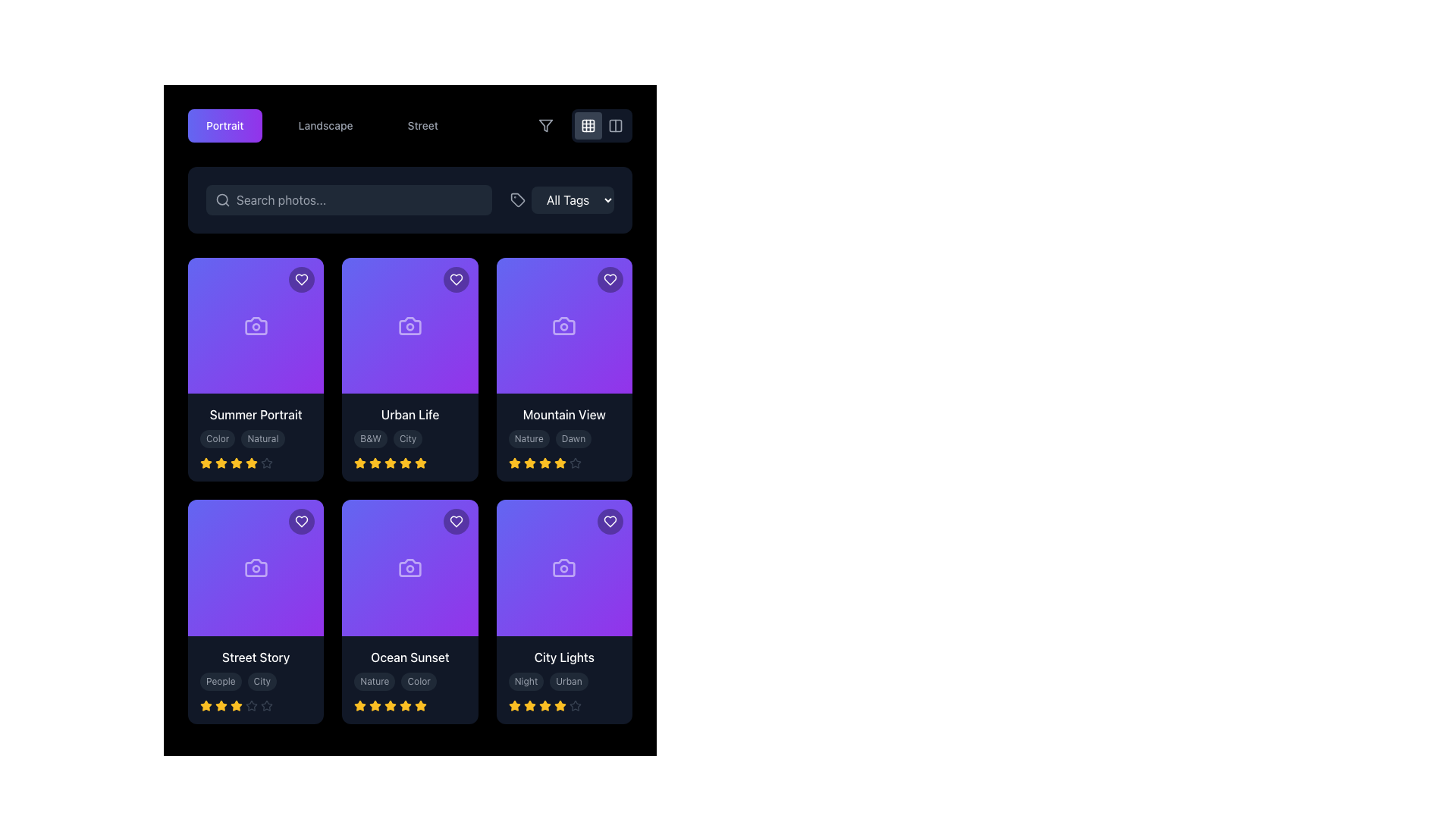 The image size is (1456, 819). Describe the element at coordinates (421, 463) in the screenshot. I see `the fifth star in the rating system below the 'Urban Life' card to interact with it` at that location.